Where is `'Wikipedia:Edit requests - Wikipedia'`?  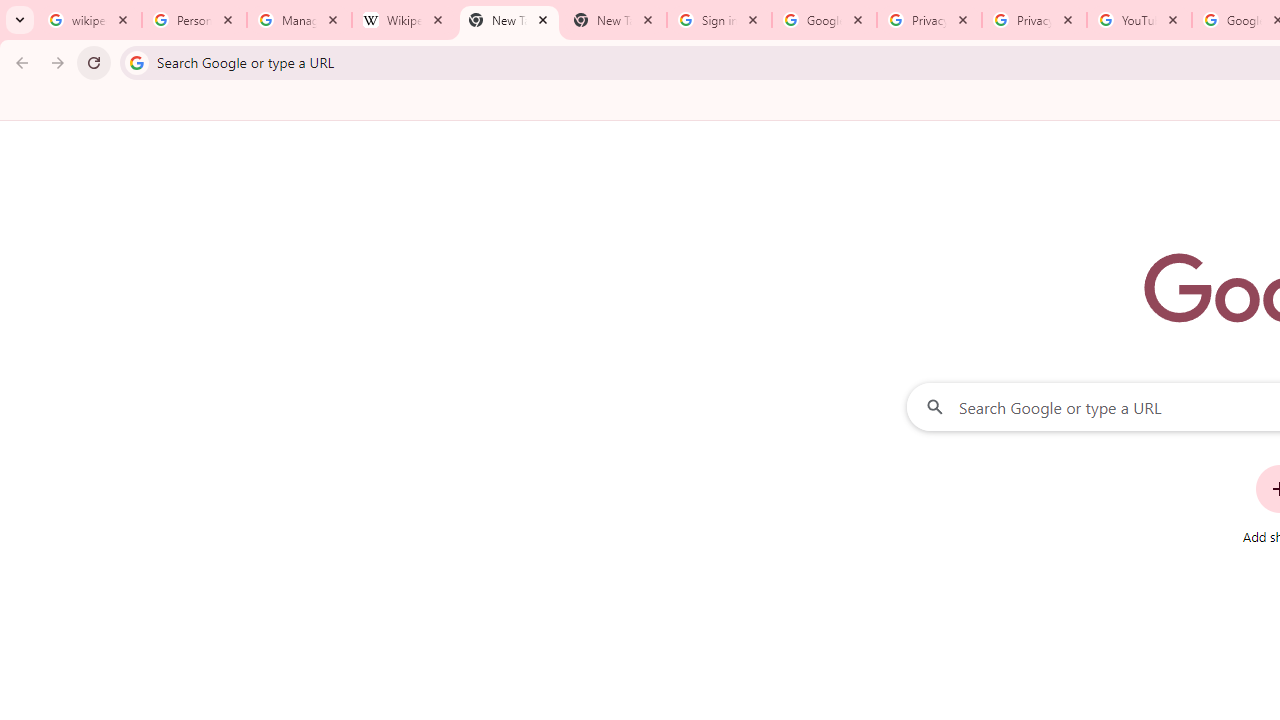 'Wikipedia:Edit requests - Wikipedia' is located at coordinates (403, 20).